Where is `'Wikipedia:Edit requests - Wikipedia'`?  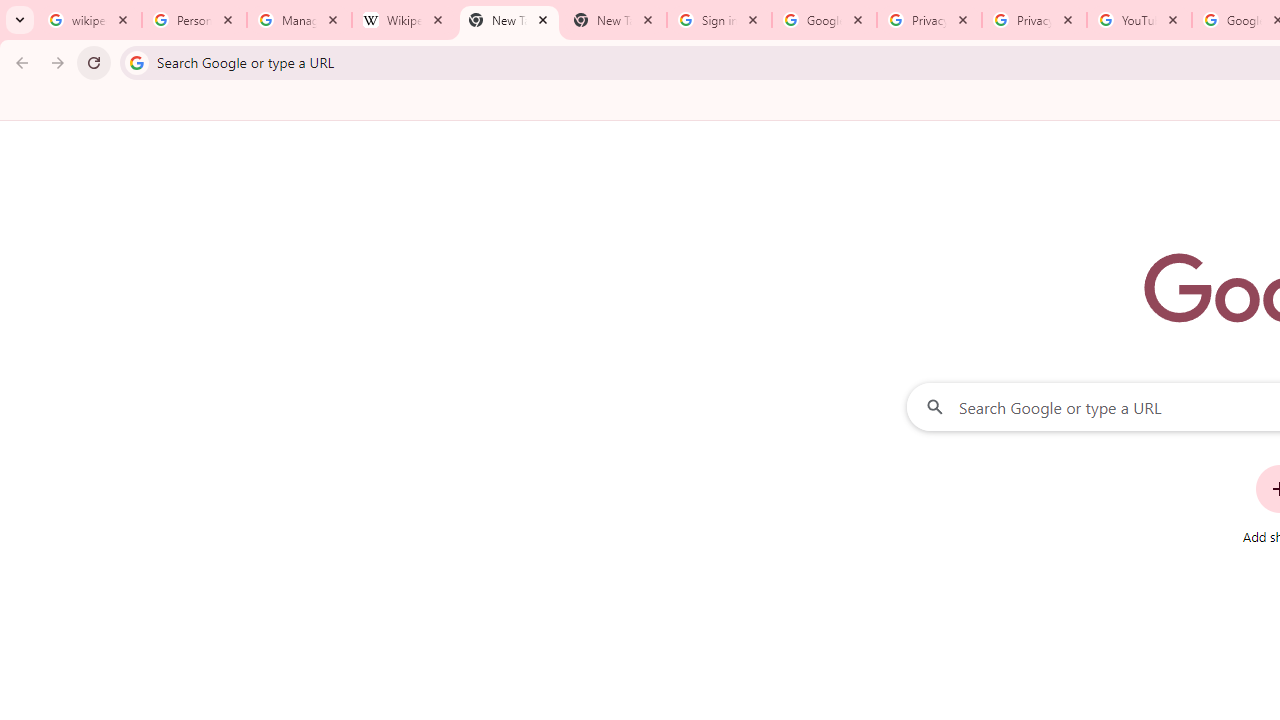 'Wikipedia:Edit requests - Wikipedia' is located at coordinates (403, 20).